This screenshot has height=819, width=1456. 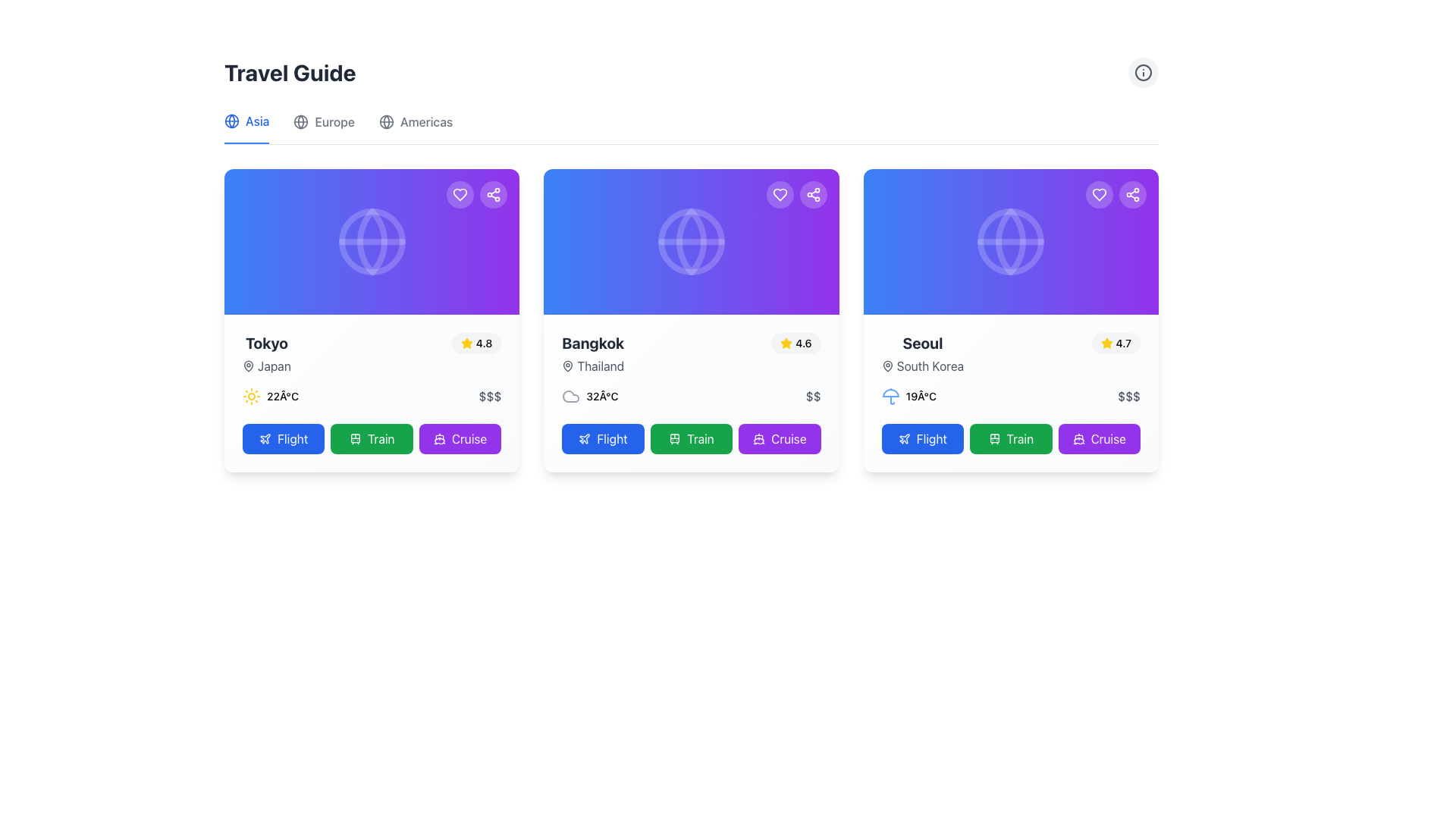 What do you see at coordinates (691, 353) in the screenshot?
I see `the informational display showing 'Bangkok, Thailand' with a rating of '4.6' located in the second card of the destination list` at bounding box center [691, 353].